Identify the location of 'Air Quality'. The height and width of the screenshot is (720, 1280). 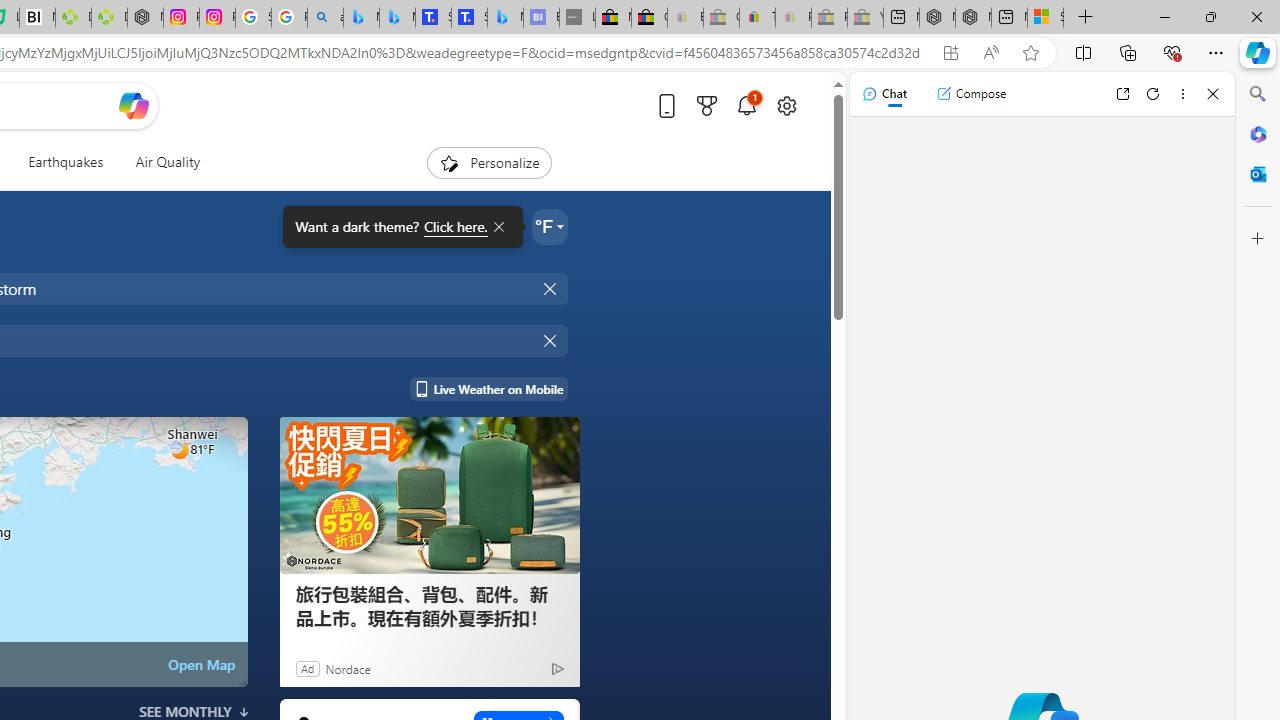
(160, 162).